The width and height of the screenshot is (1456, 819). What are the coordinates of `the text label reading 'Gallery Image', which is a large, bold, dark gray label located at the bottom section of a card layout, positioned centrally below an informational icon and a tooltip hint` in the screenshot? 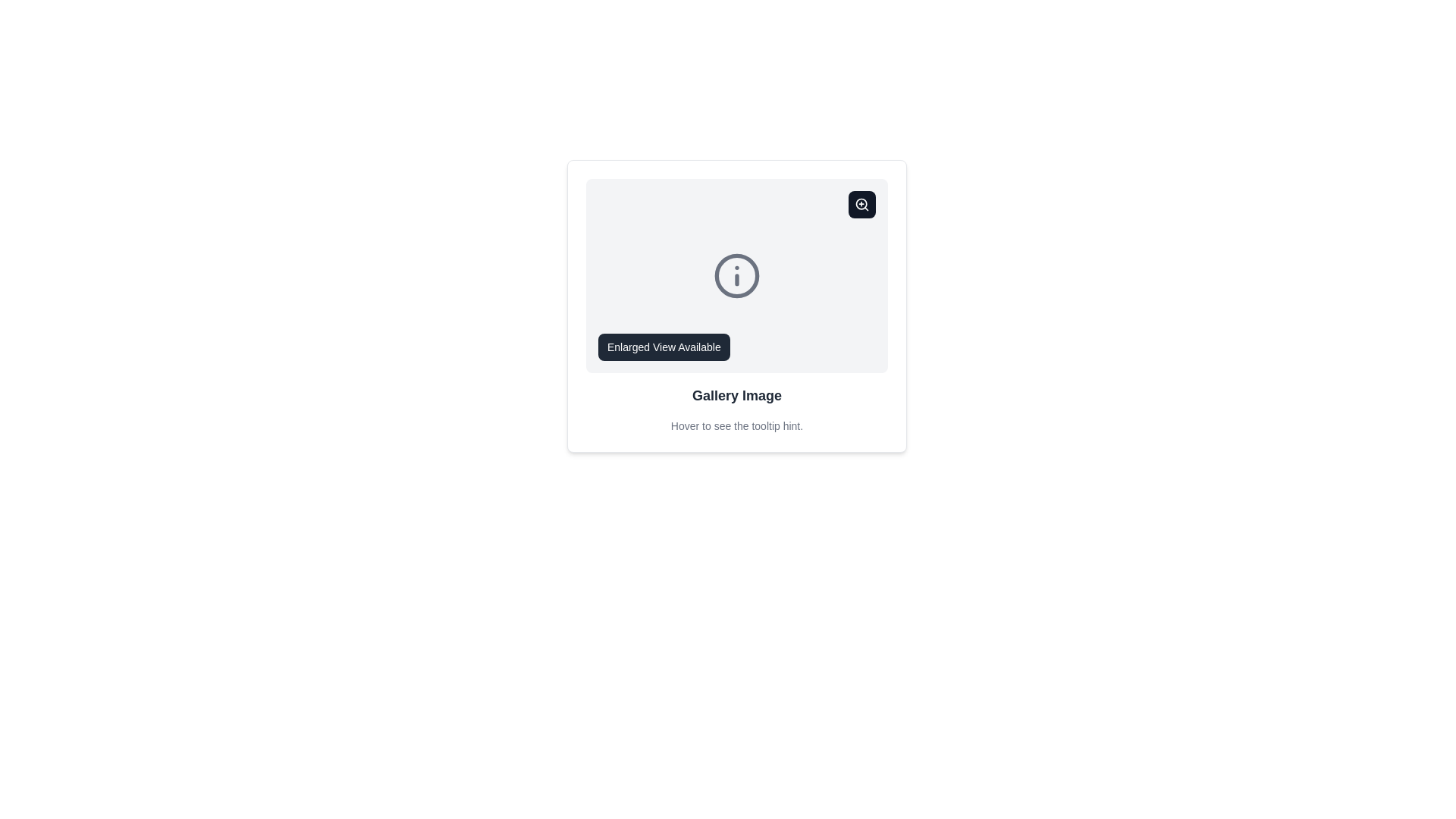 It's located at (736, 394).